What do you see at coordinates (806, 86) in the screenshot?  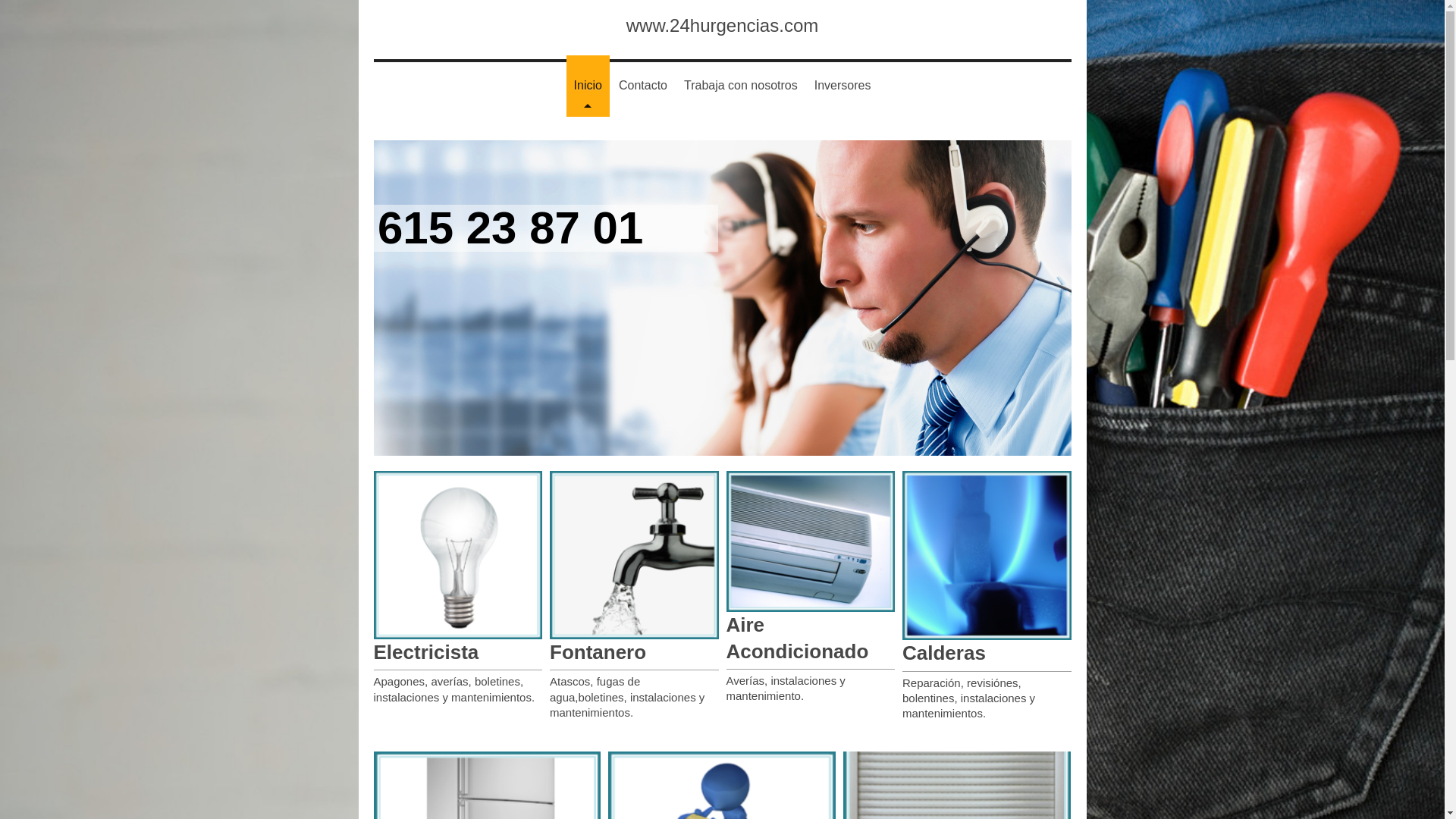 I see `'Inversores'` at bounding box center [806, 86].